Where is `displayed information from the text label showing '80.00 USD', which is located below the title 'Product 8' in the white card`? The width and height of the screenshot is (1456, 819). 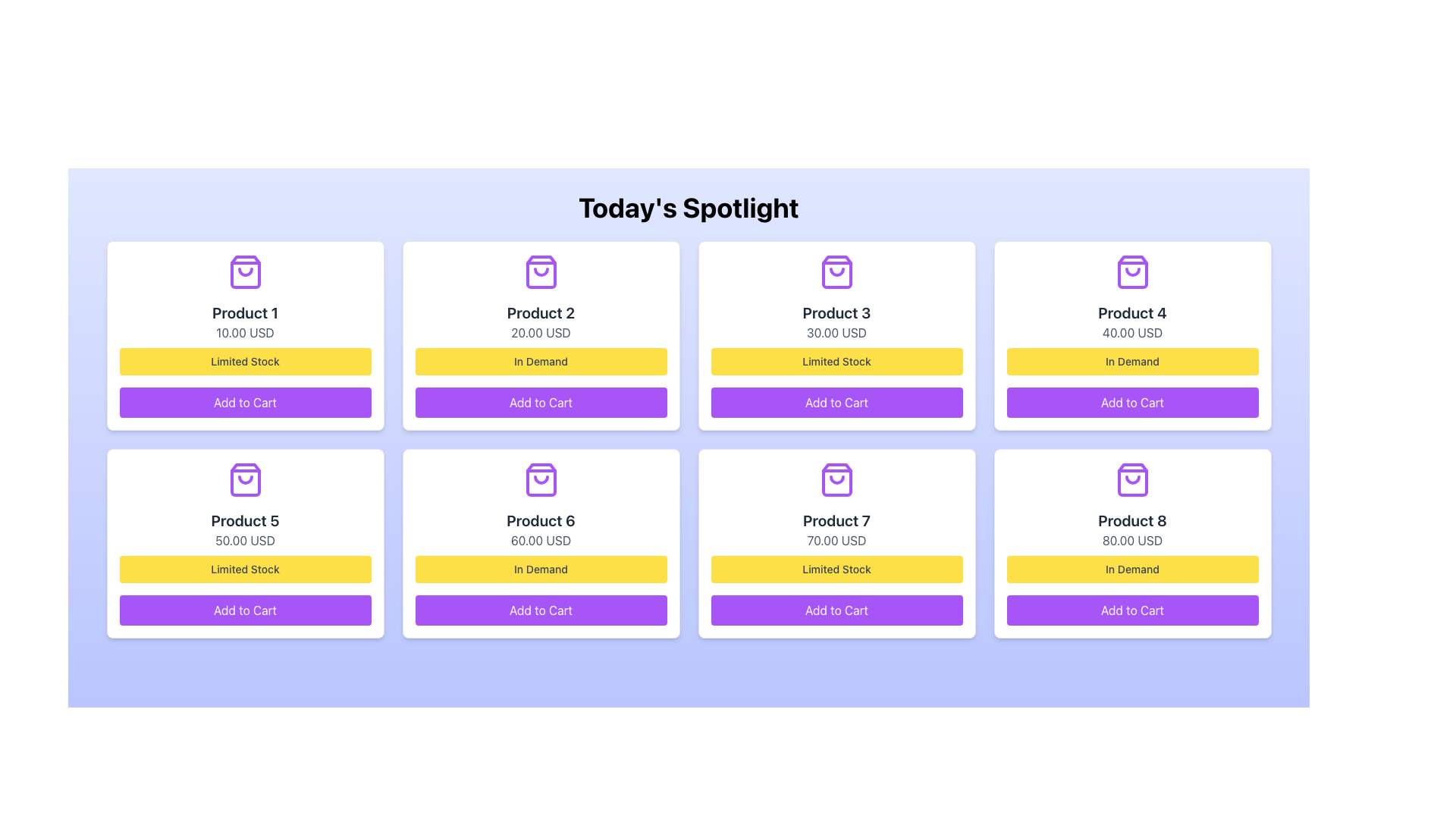 displayed information from the text label showing '80.00 USD', which is located below the title 'Product 8' in the white card is located at coordinates (1132, 540).